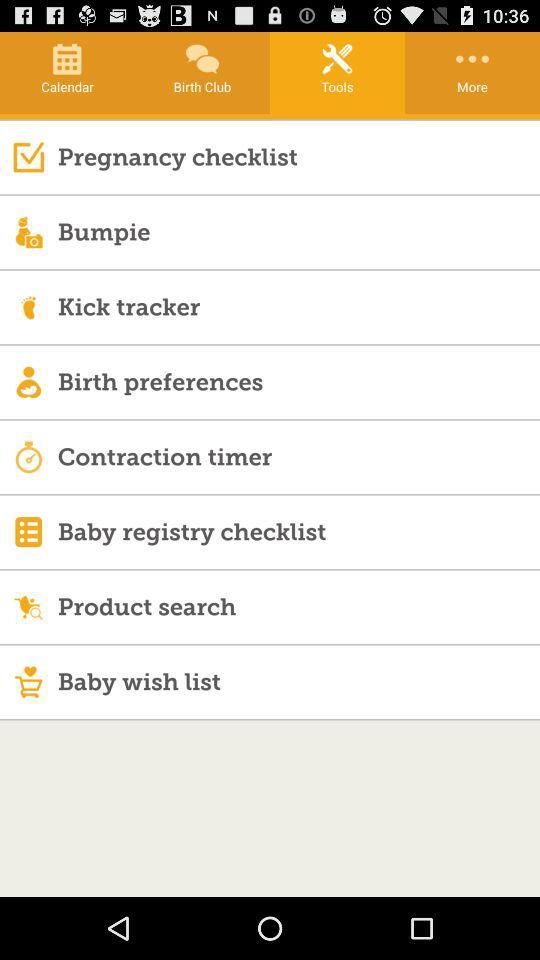 This screenshot has width=540, height=960. What do you see at coordinates (297, 681) in the screenshot?
I see `the baby wish list` at bounding box center [297, 681].